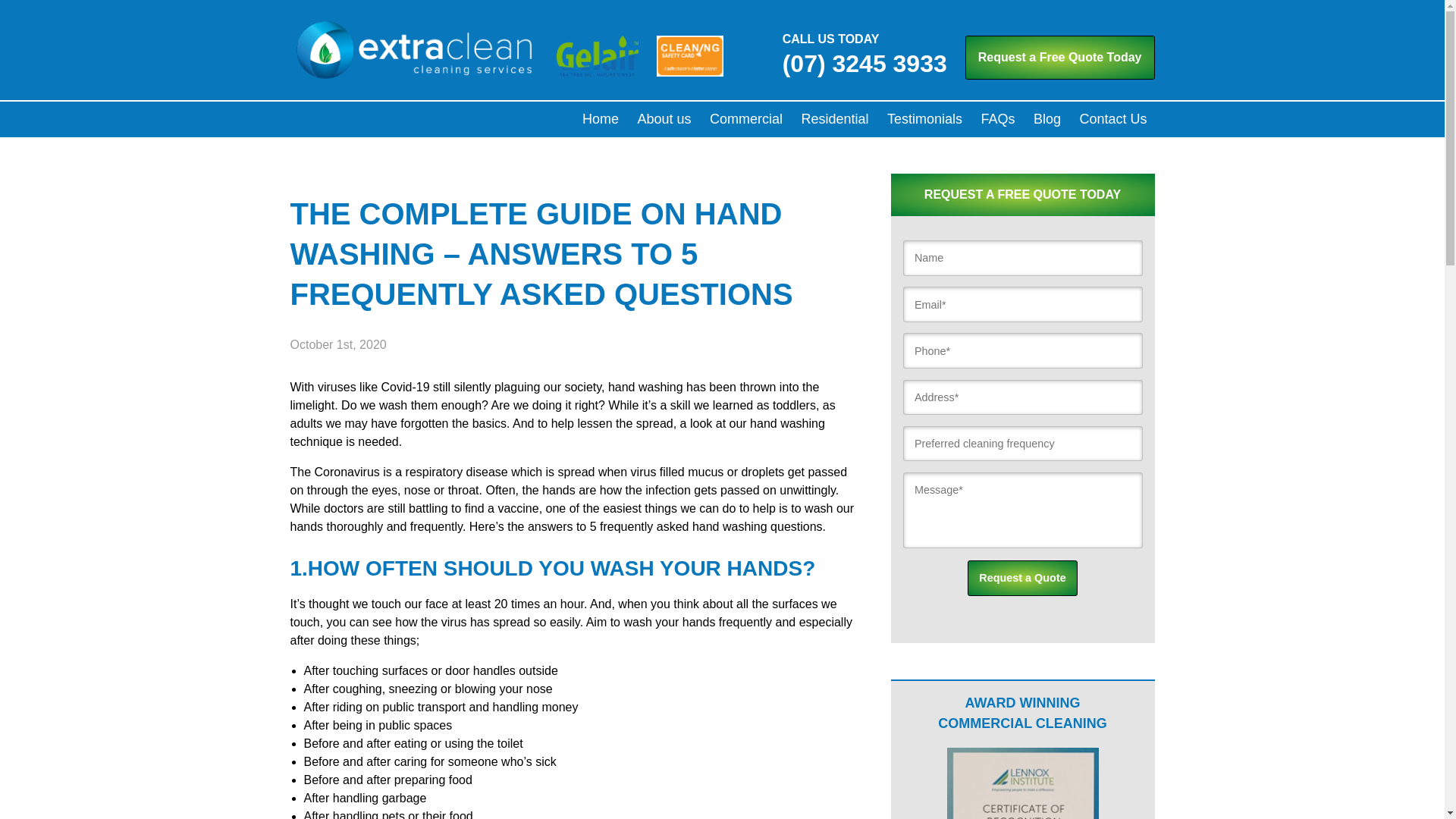 This screenshot has width=1456, height=819. What do you see at coordinates (745, 118) in the screenshot?
I see `'Commercial'` at bounding box center [745, 118].